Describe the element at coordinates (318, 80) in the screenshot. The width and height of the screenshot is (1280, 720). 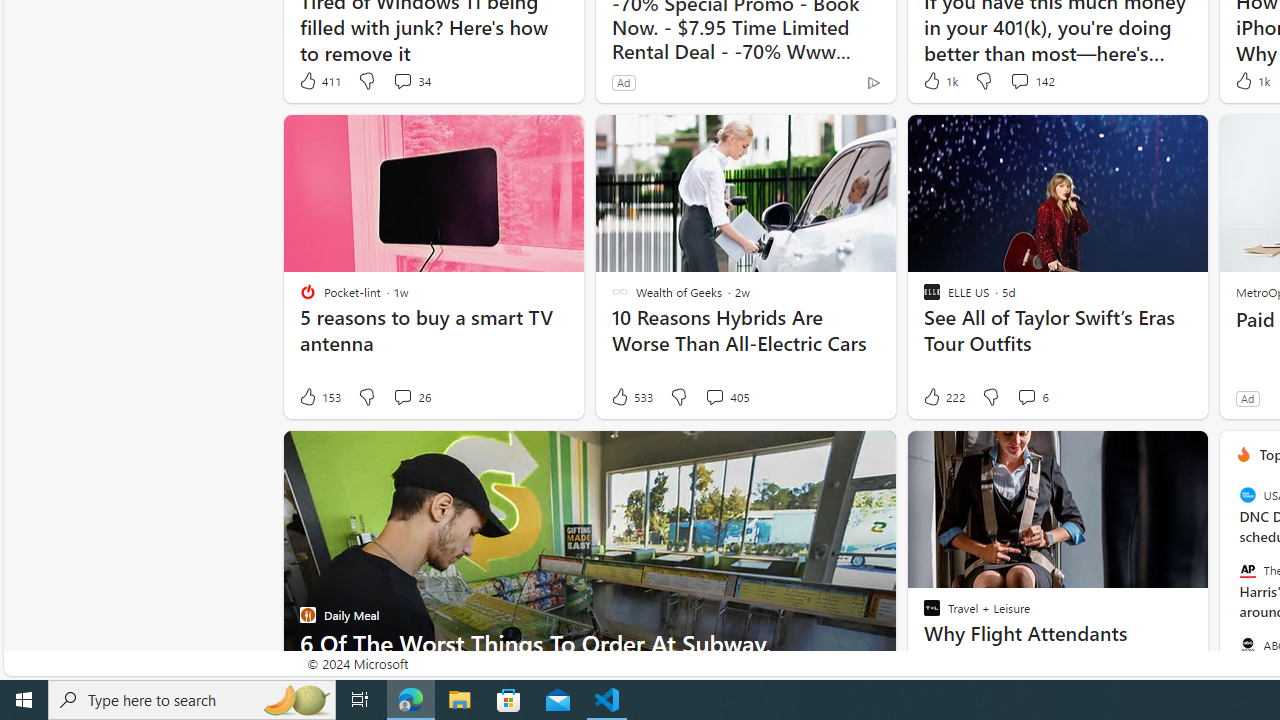
I see `'411 Like'` at that location.